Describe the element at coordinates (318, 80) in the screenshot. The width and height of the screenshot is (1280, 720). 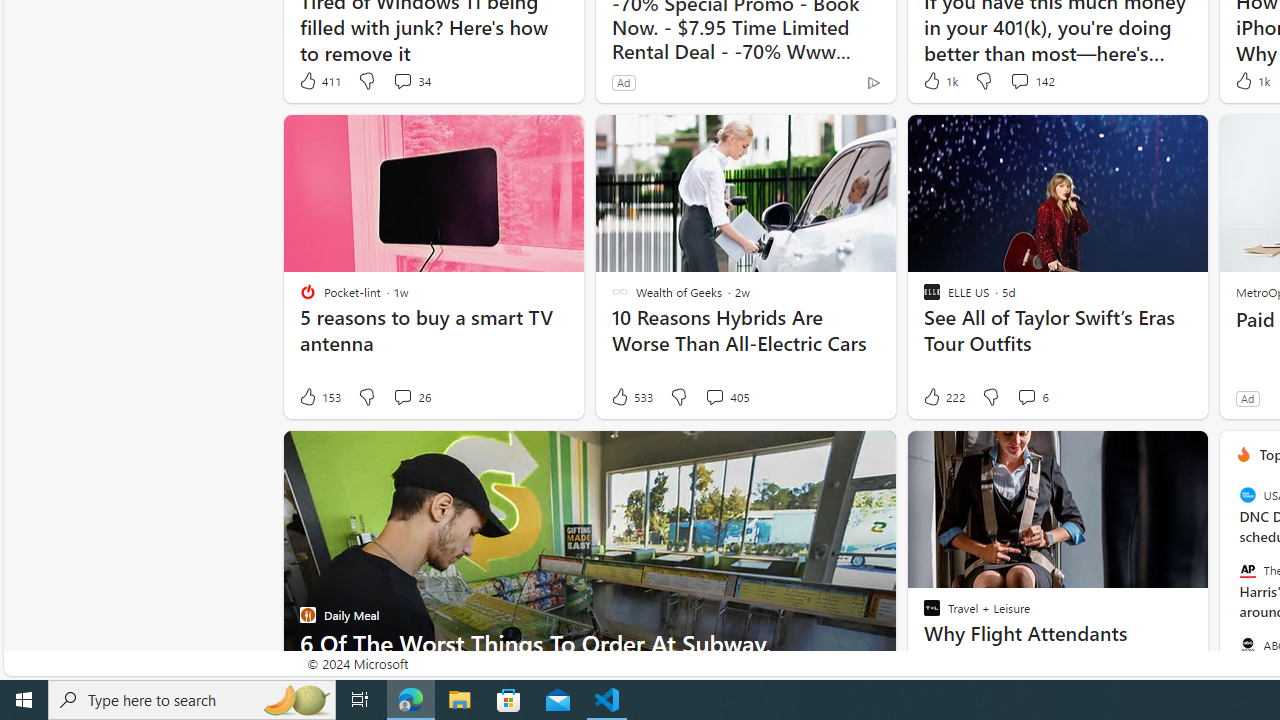
I see `'411 Like'` at that location.